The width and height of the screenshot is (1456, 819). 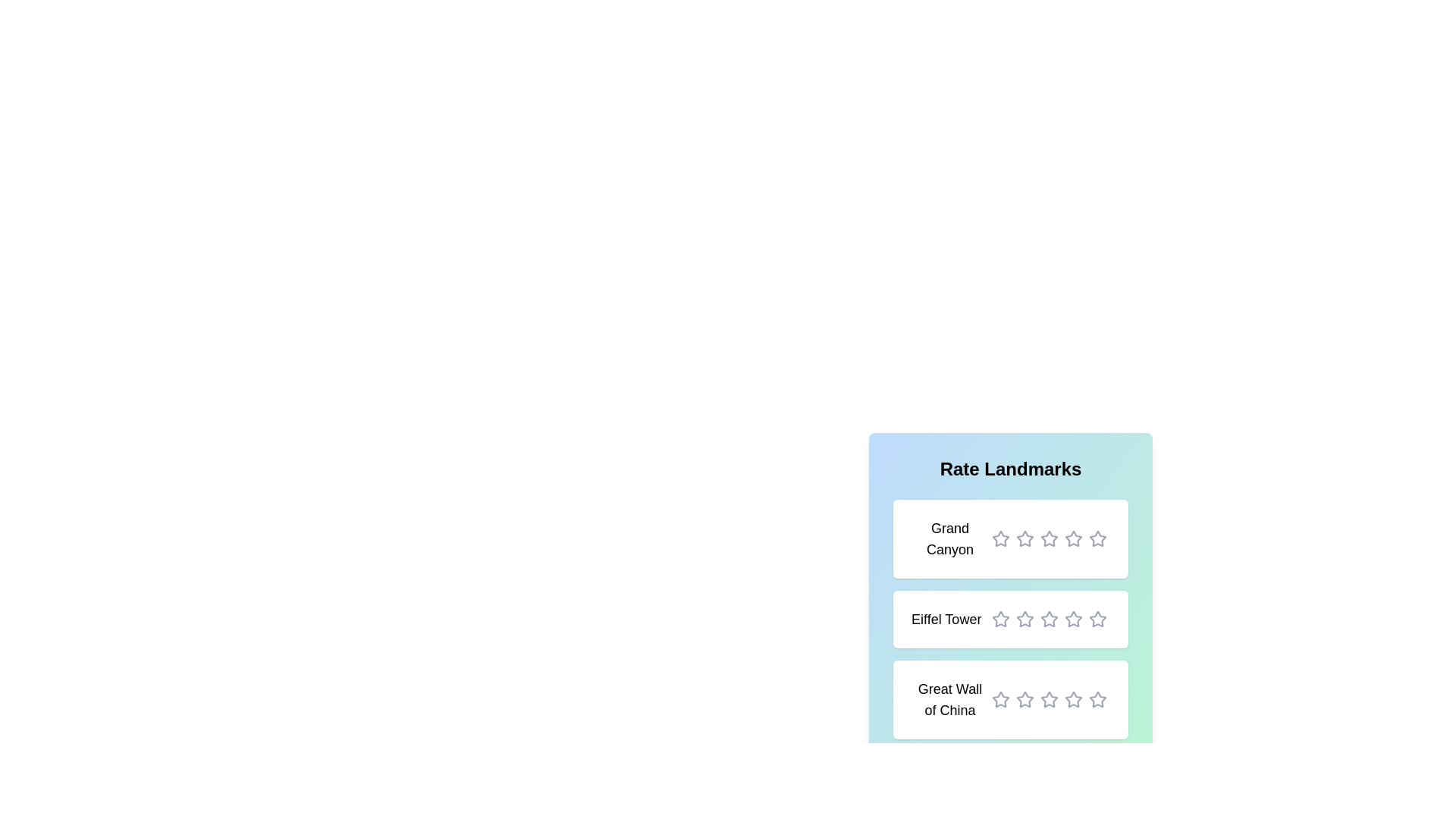 I want to click on the text of Great Wall of China to select it, so click(x=949, y=699).